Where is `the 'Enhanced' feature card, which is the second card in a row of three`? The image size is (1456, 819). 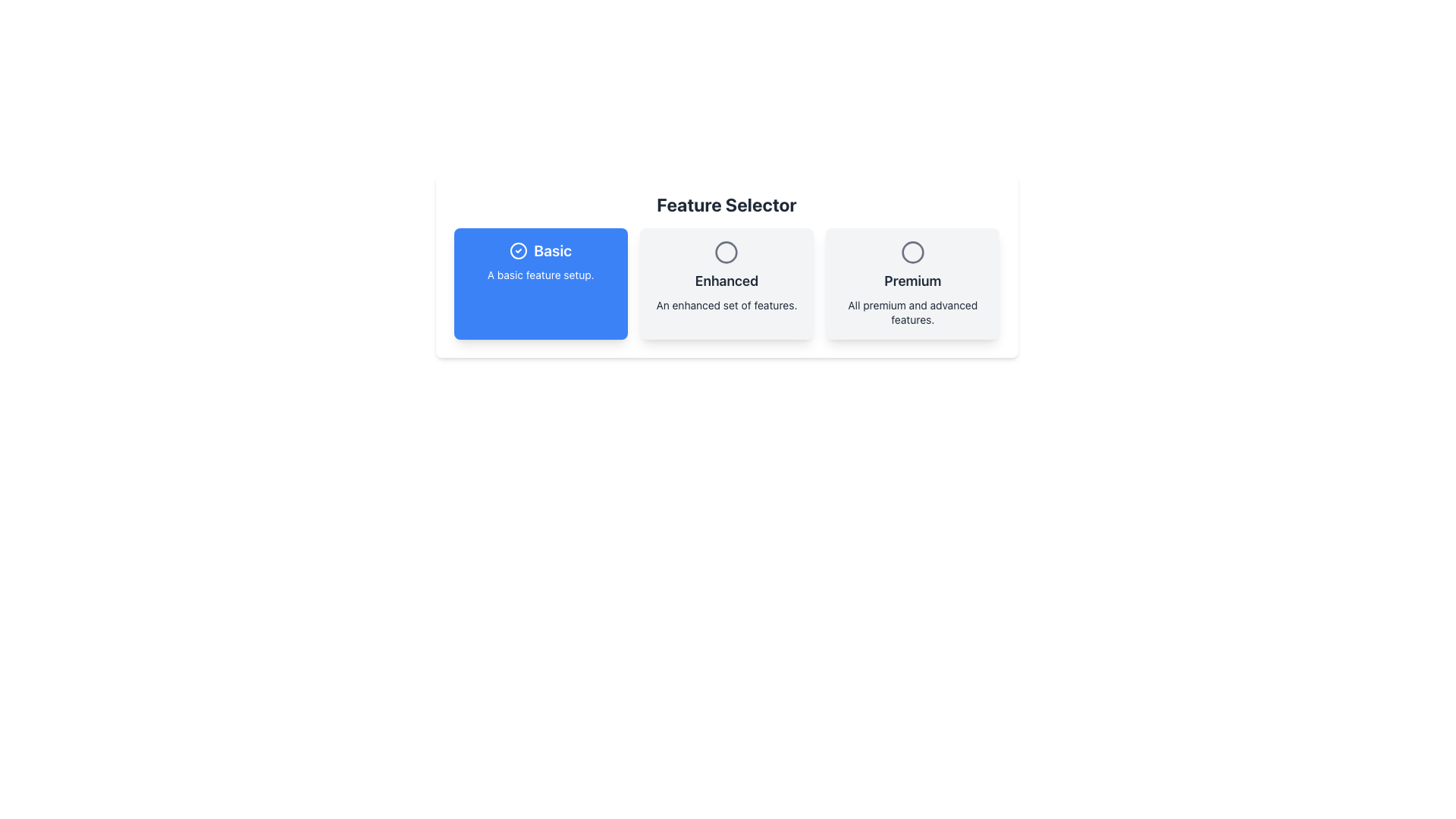 the 'Enhanced' feature card, which is the second card in a row of three is located at coordinates (726, 284).